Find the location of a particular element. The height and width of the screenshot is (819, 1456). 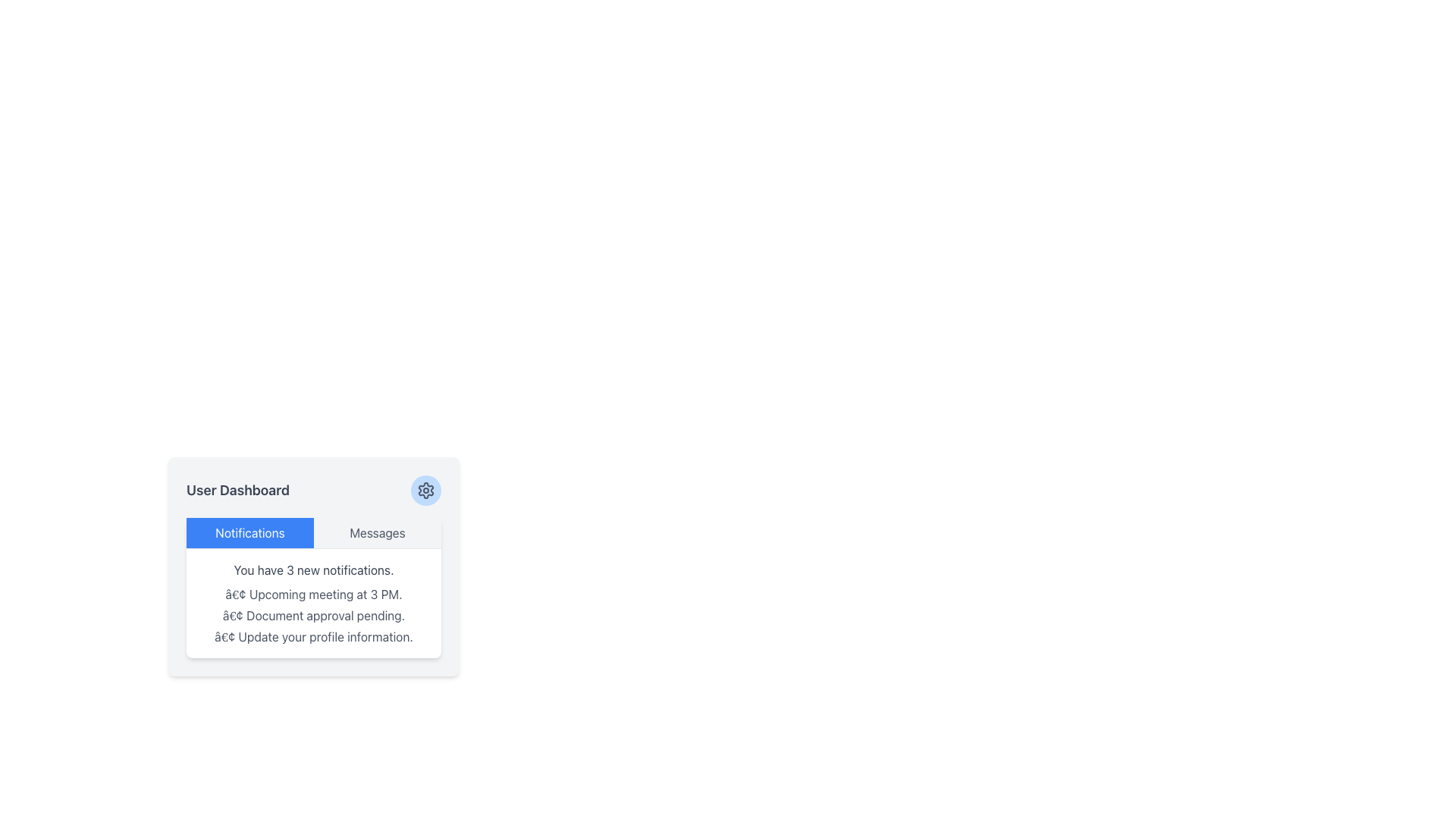

the notification message indicating an upcoming meeting scheduled at 3 PM located in the bottom left section of the User Dashboard card is located at coordinates (312, 593).